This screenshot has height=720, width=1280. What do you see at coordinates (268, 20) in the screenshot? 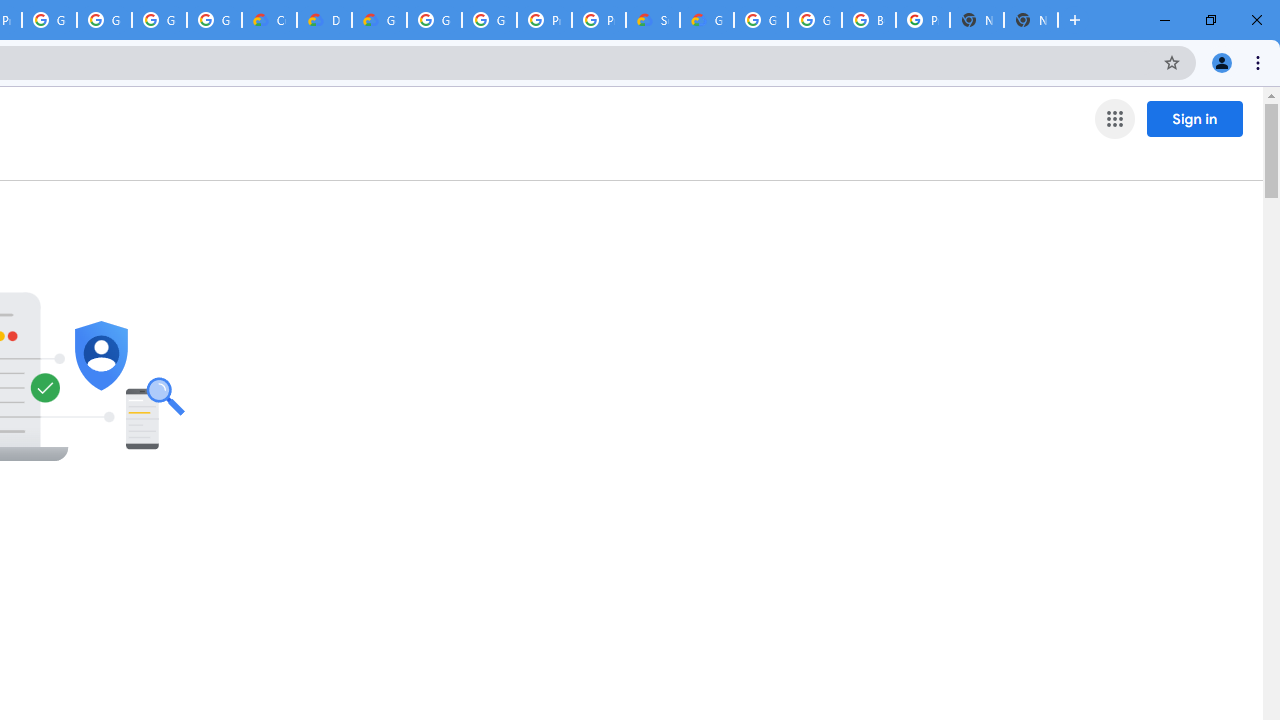
I see `'Customer Care | Google Cloud'` at bounding box center [268, 20].